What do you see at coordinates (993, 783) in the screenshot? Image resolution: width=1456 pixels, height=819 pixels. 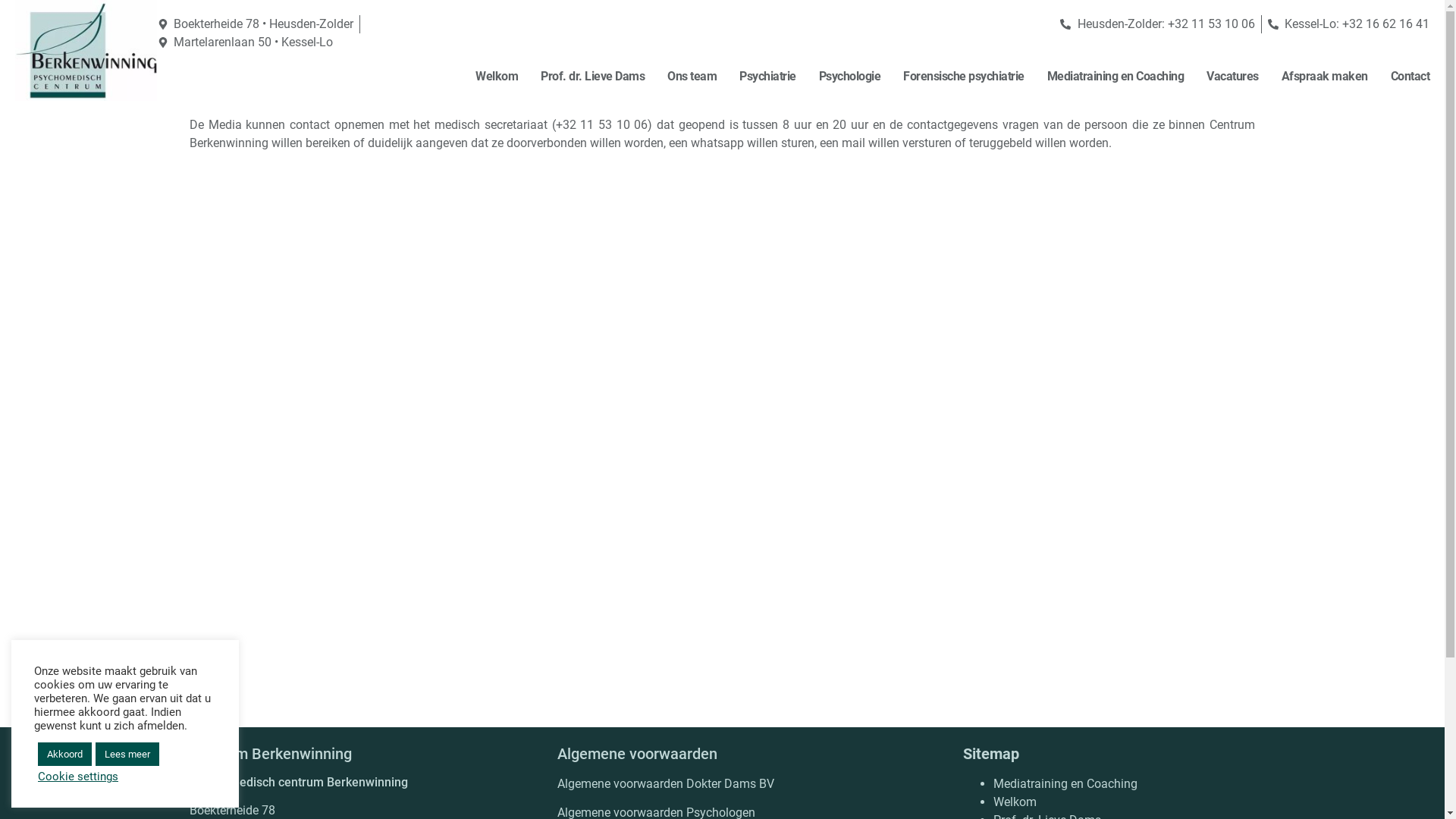 I see `'Mediatraining en Coaching'` at bounding box center [993, 783].